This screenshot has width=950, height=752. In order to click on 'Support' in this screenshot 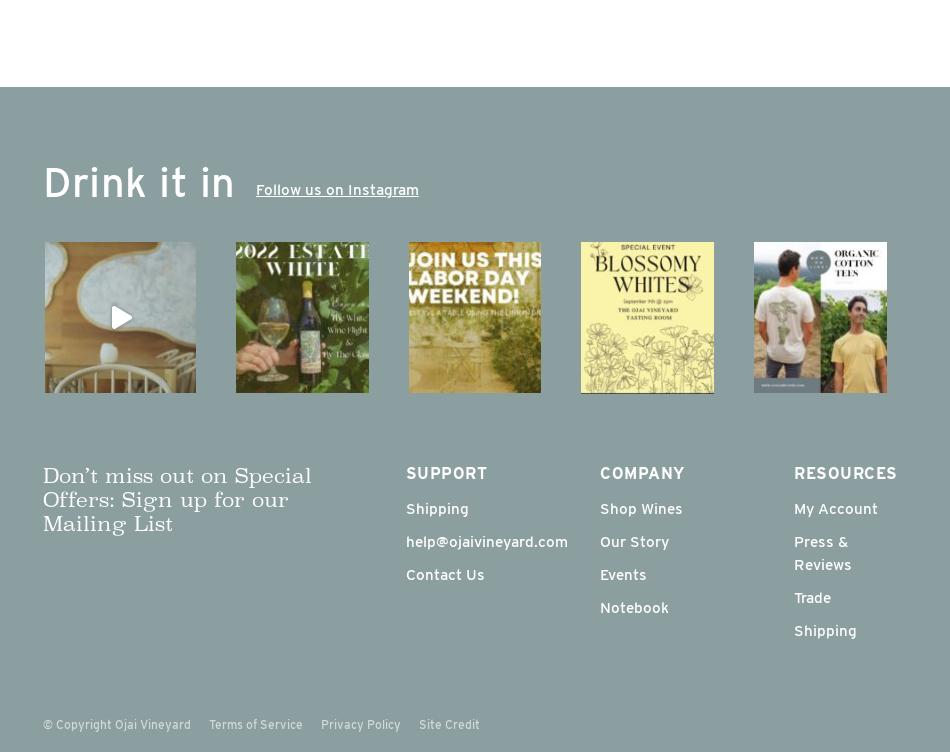, I will do `click(445, 472)`.